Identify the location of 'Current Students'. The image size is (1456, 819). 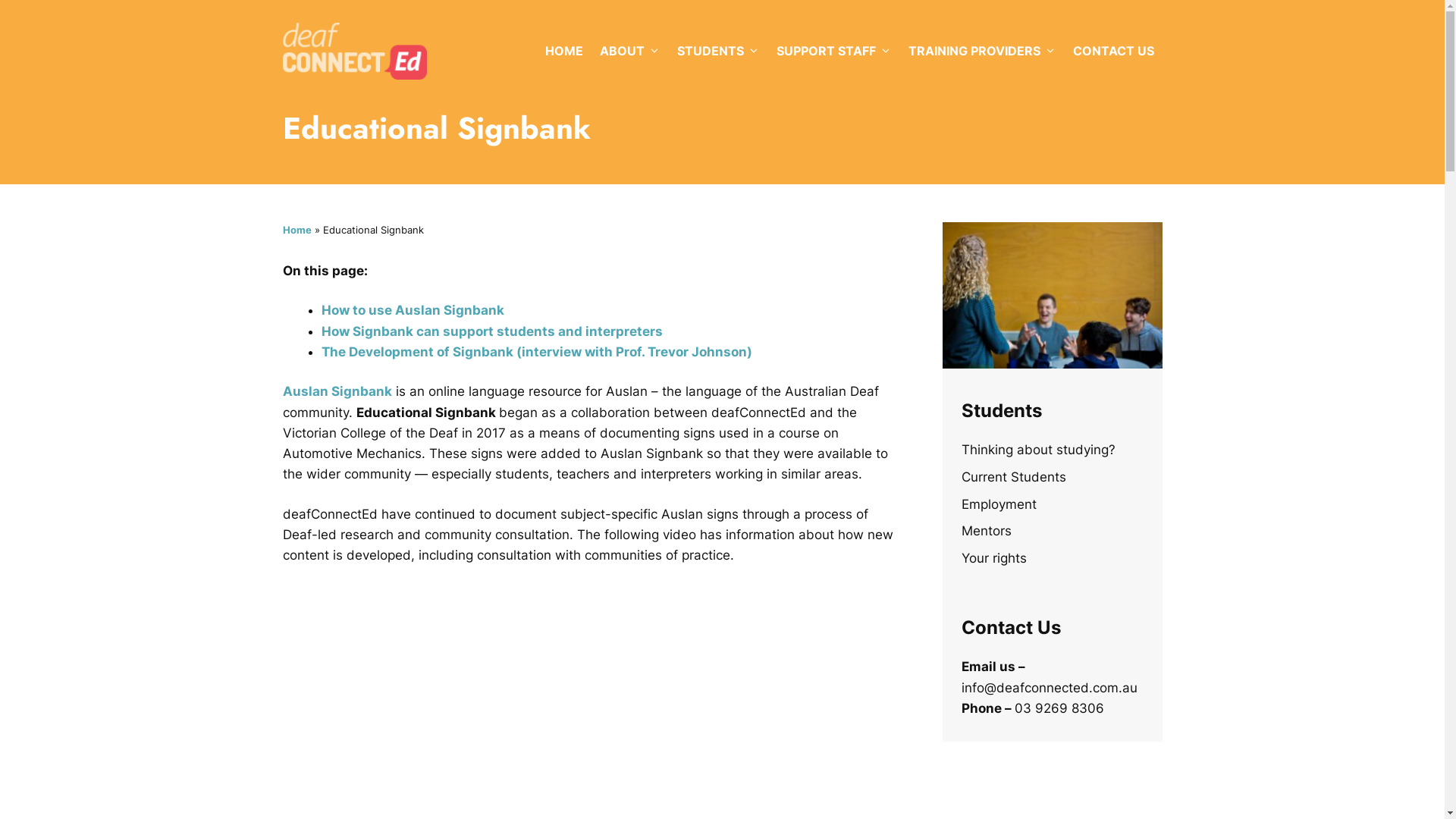
(960, 475).